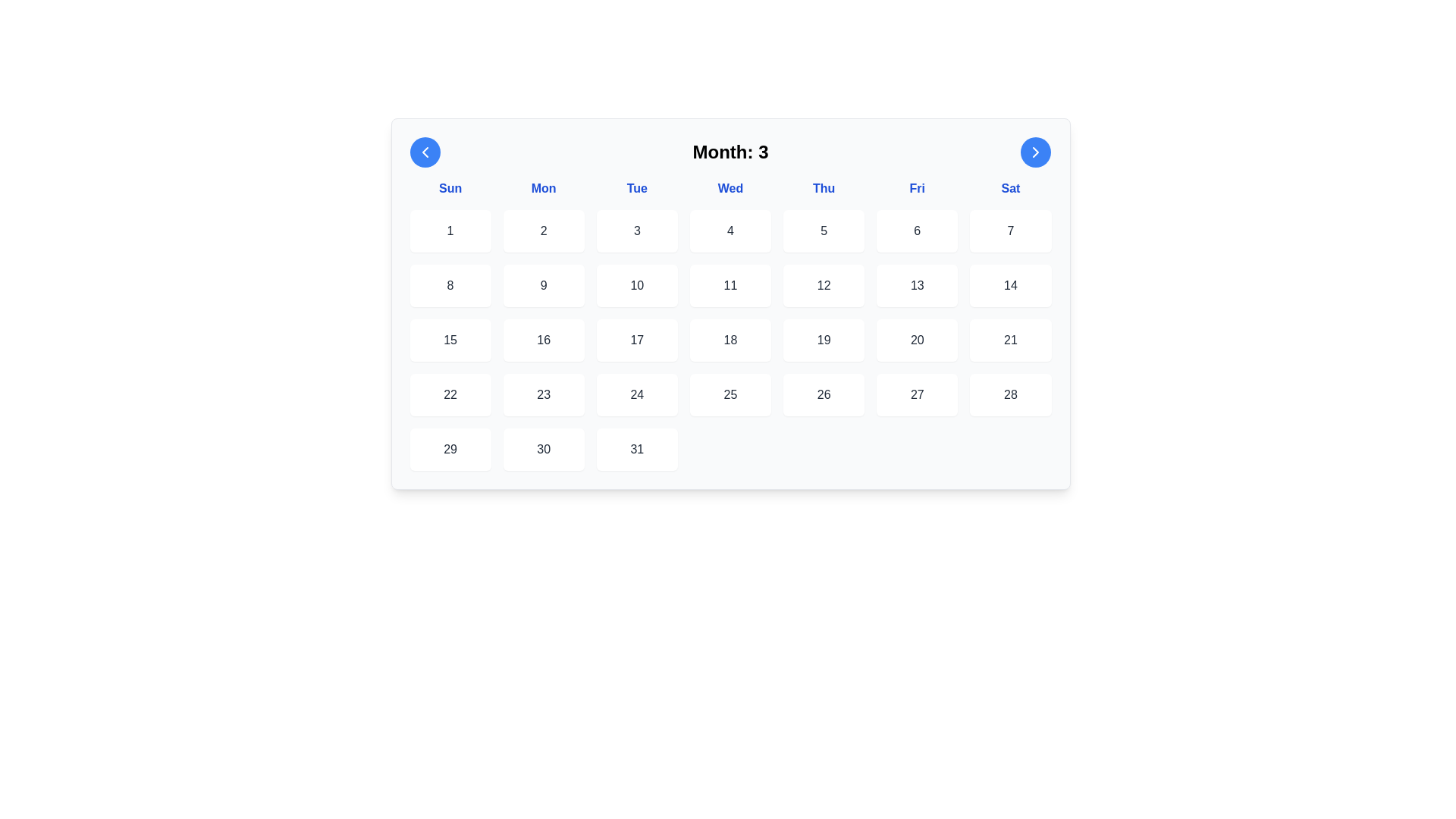 The width and height of the screenshot is (1456, 819). What do you see at coordinates (1010, 188) in the screenshot?
I see `the static text label element that displays 'Saturday', which is the rightmost cell in the weekday headers grid` at bounding box center [1010, 188].